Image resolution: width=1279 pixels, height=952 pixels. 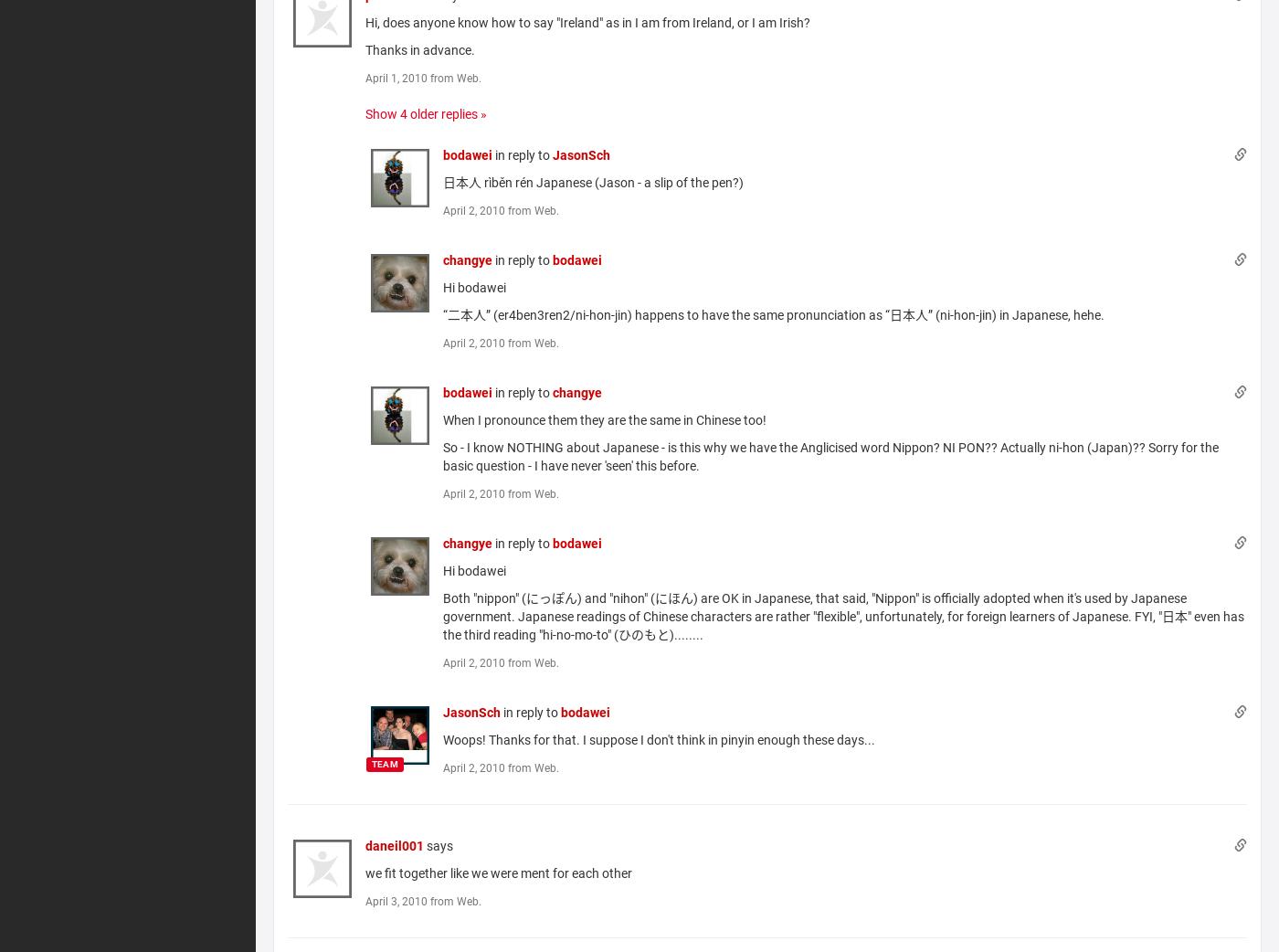 I want to click on 'Hi bodawei', so click(x=442, y=569).